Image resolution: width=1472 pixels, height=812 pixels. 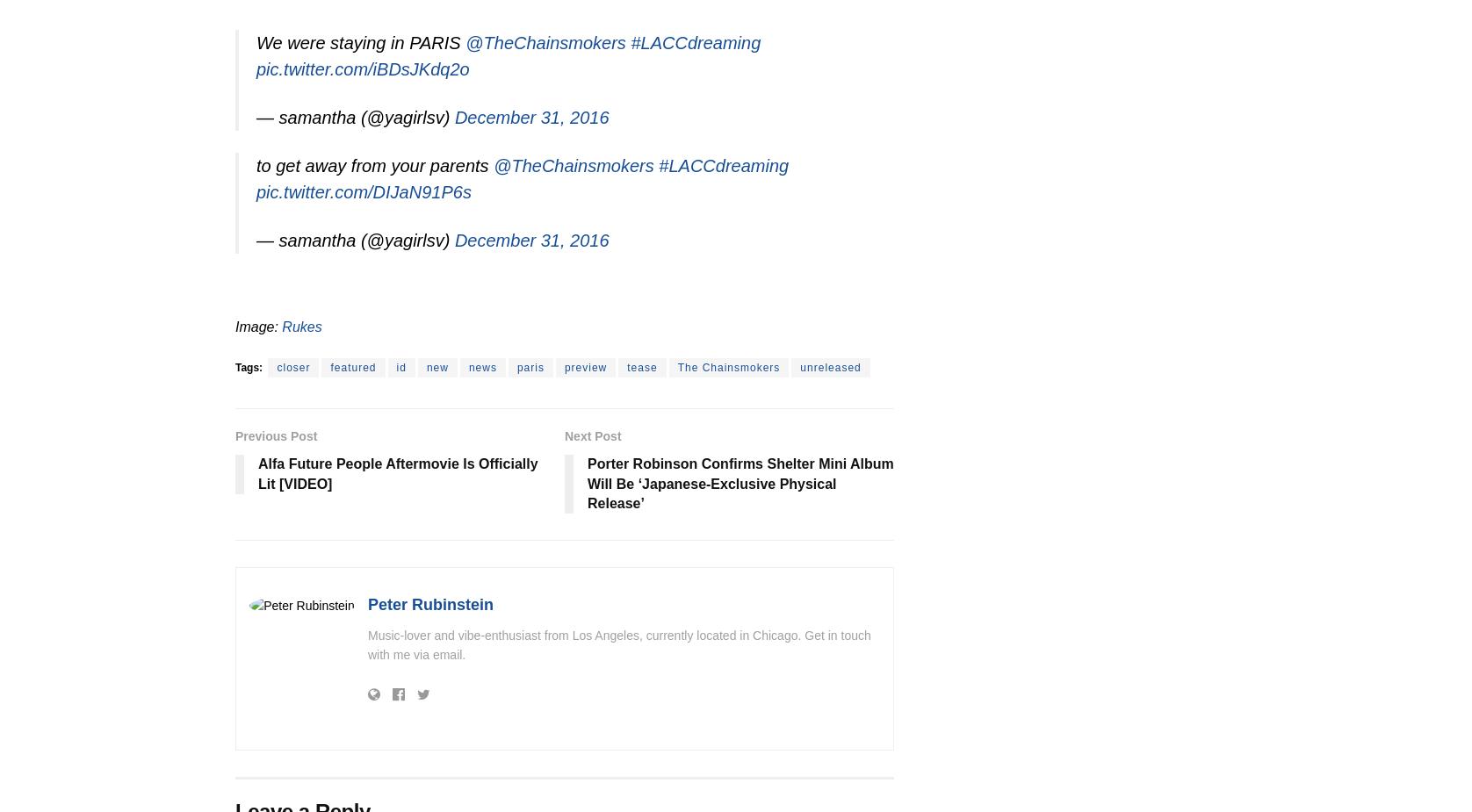 What do you see at coordinates (292, 366) in the screenshot?
I see `'closer'` at bounding box center [292, 366].